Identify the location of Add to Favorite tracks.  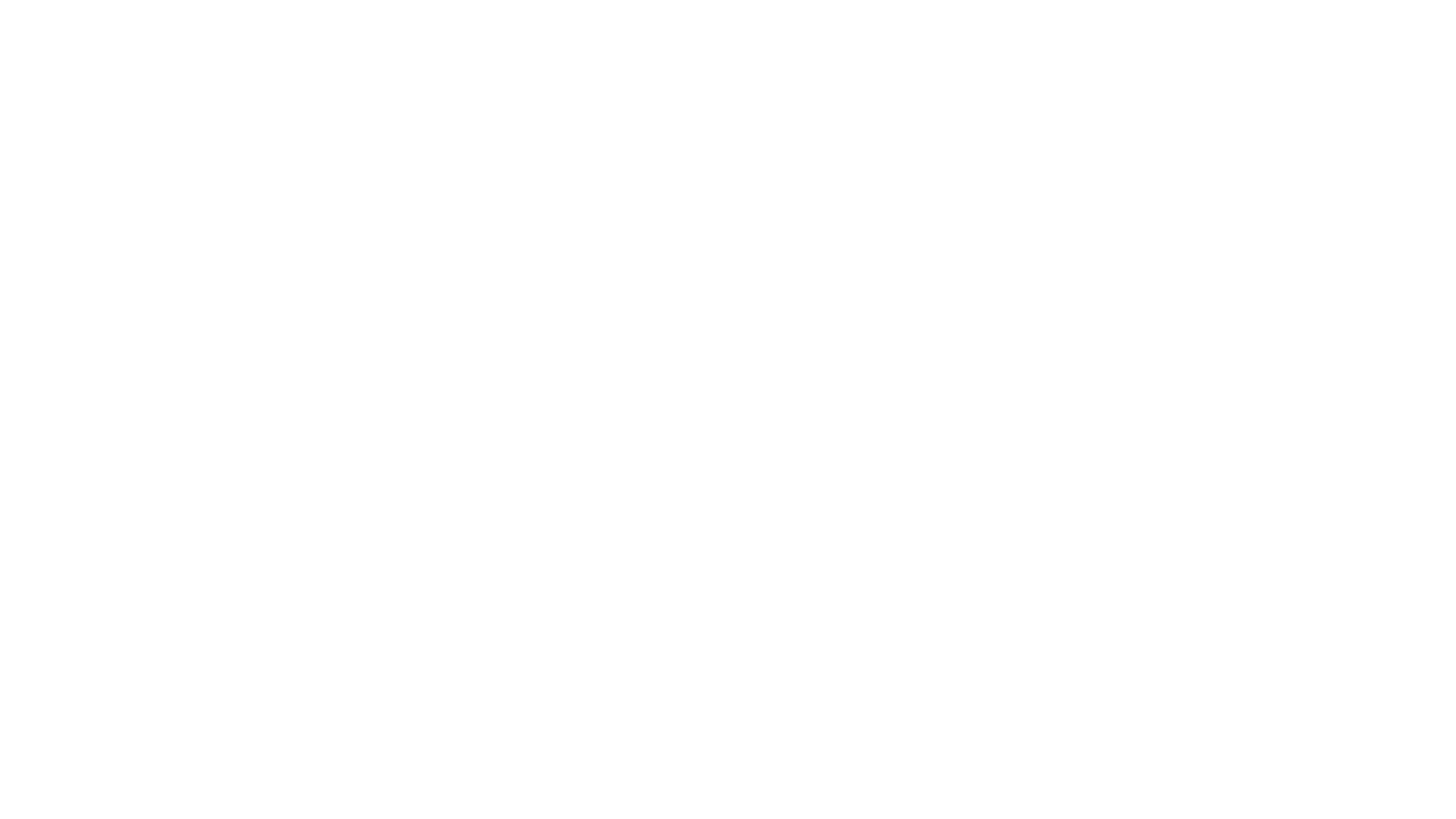
(467, 571).